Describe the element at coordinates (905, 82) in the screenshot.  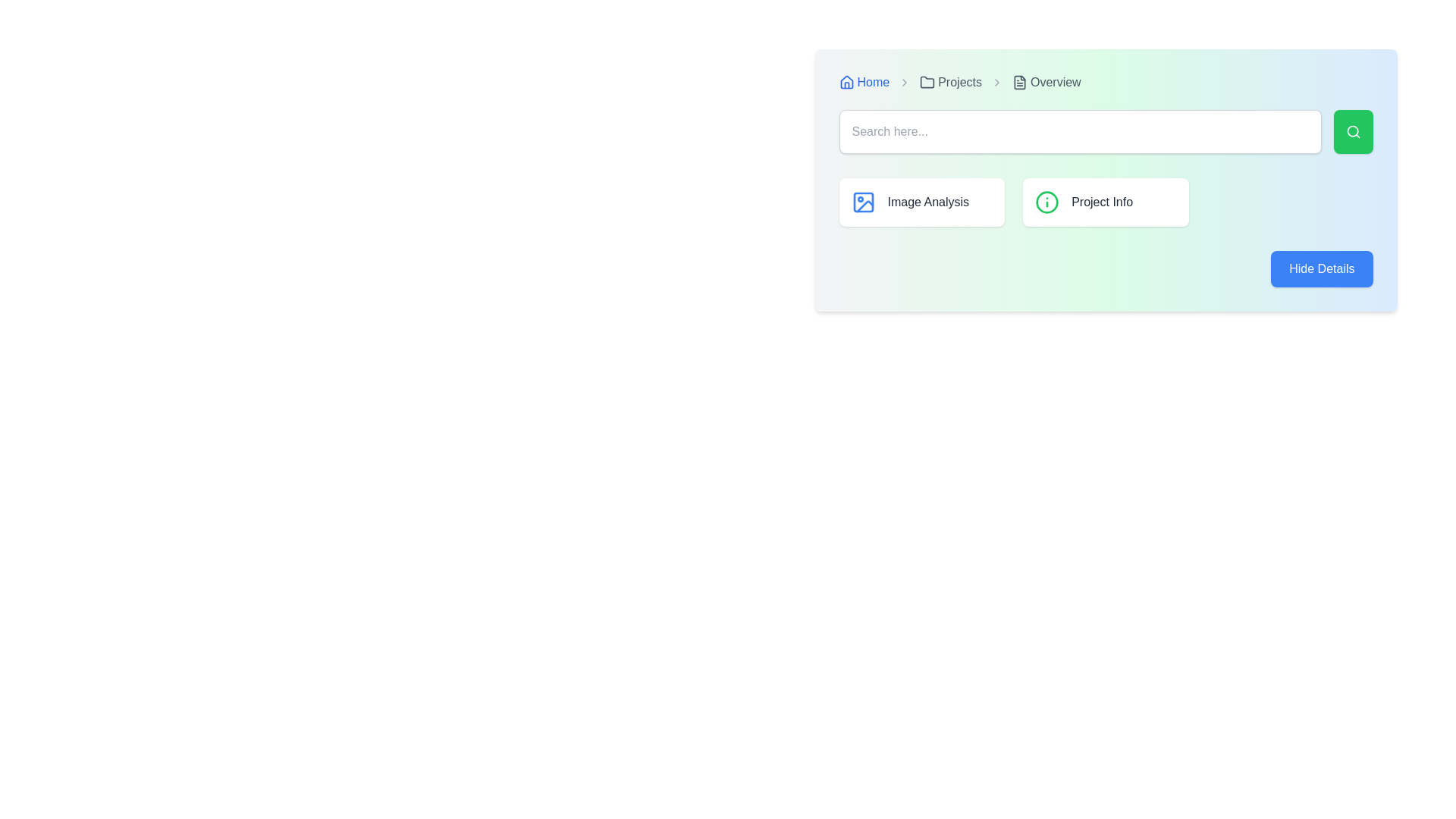
I see `the Separator icon (chevron) located between the 'Home' and 'Projects' links in the breadcrumb navigation bar` at that location.